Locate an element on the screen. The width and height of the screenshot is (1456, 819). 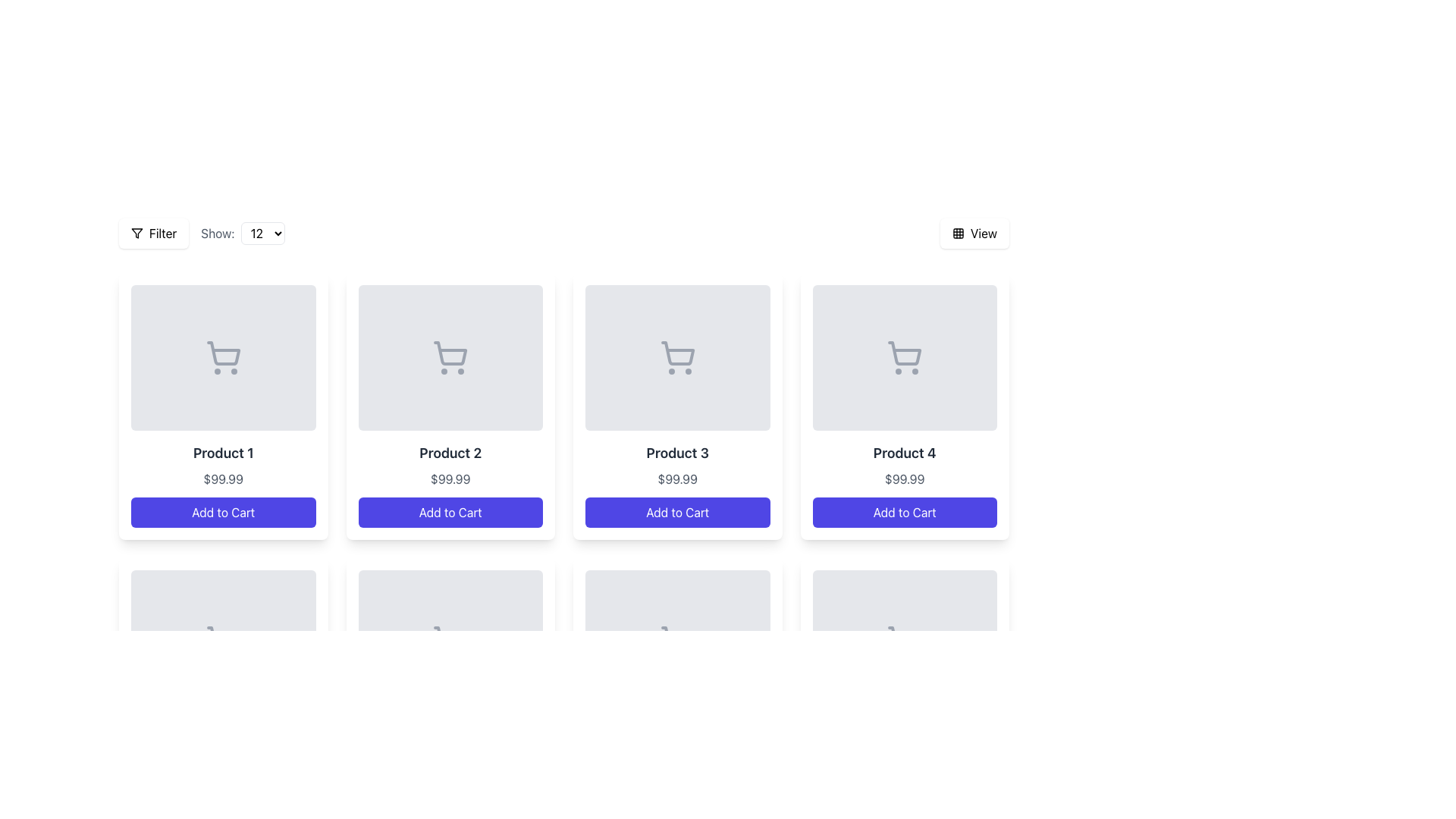
the price display text label reading '$99.99' located under 'Product 2' in the second product card is located at coordinates (450, 479).